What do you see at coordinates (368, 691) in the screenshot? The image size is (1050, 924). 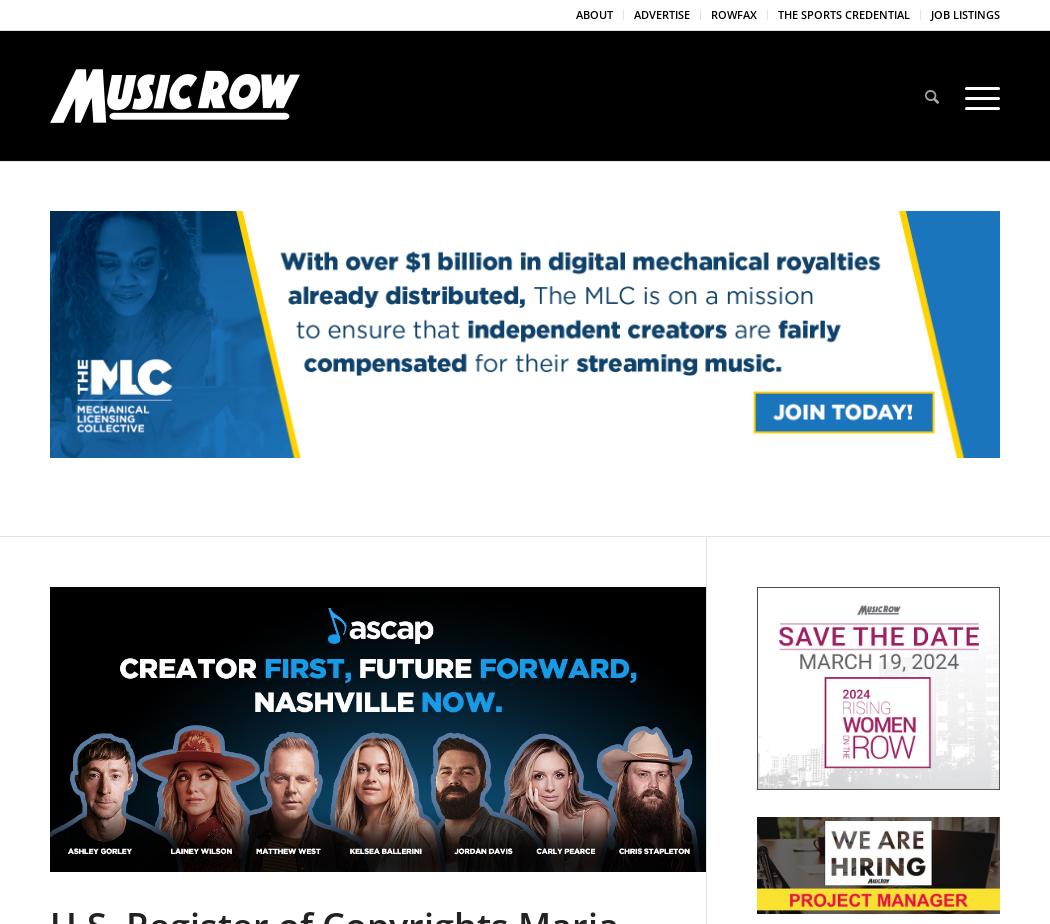 I see `'U.S. Register of Copyrights Maria Pallante Plans Nashville Visit'` at bounding box center [368, 691].